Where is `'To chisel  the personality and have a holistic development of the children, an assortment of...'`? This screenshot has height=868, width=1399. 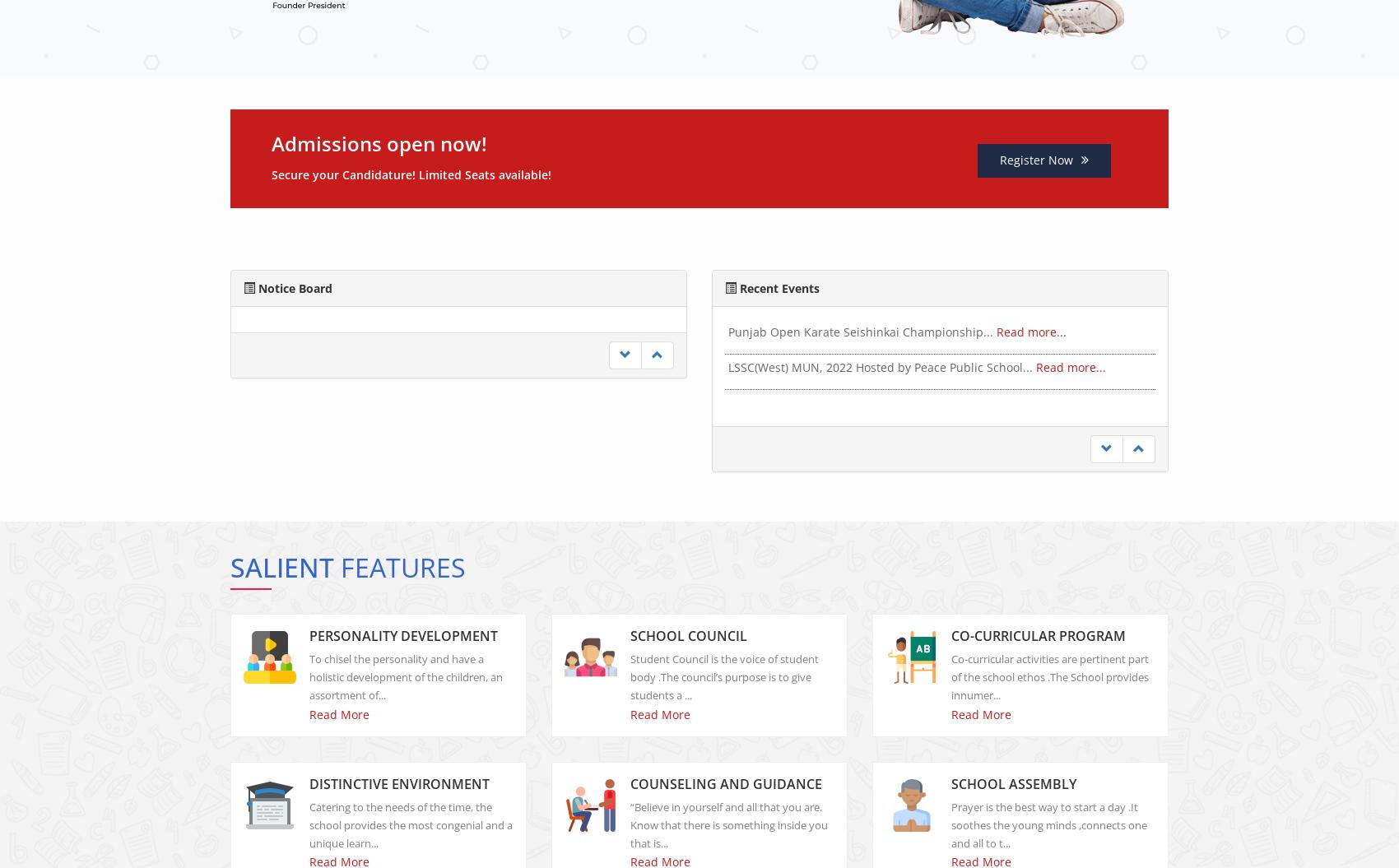
'To chisel  the personality and have a holistic development of the children, an assortment of...' is located at coordinates (406, 690).